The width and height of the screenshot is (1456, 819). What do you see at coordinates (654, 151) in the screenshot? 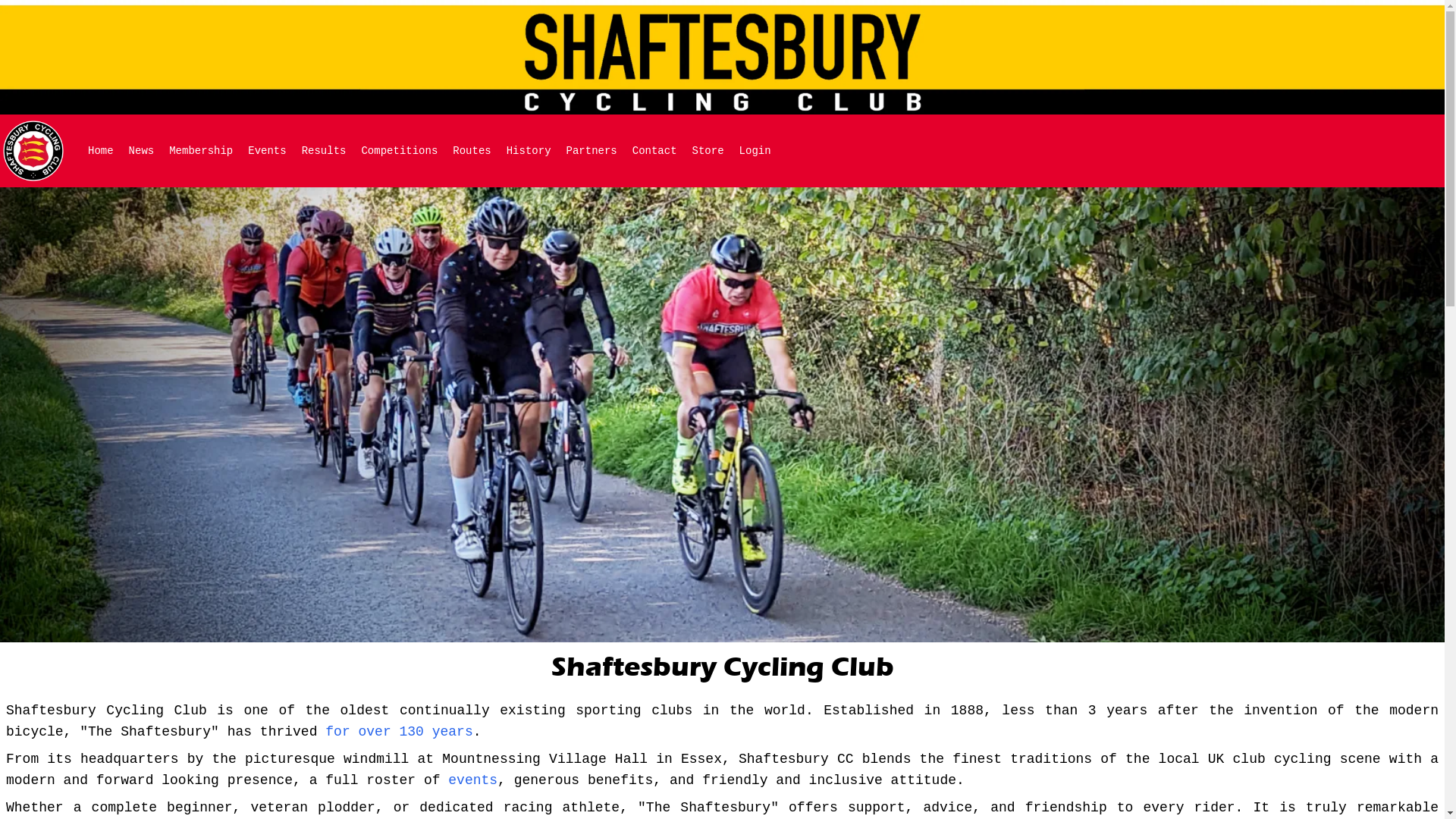
I see `'Contact'` at bounding box center [654, 151].